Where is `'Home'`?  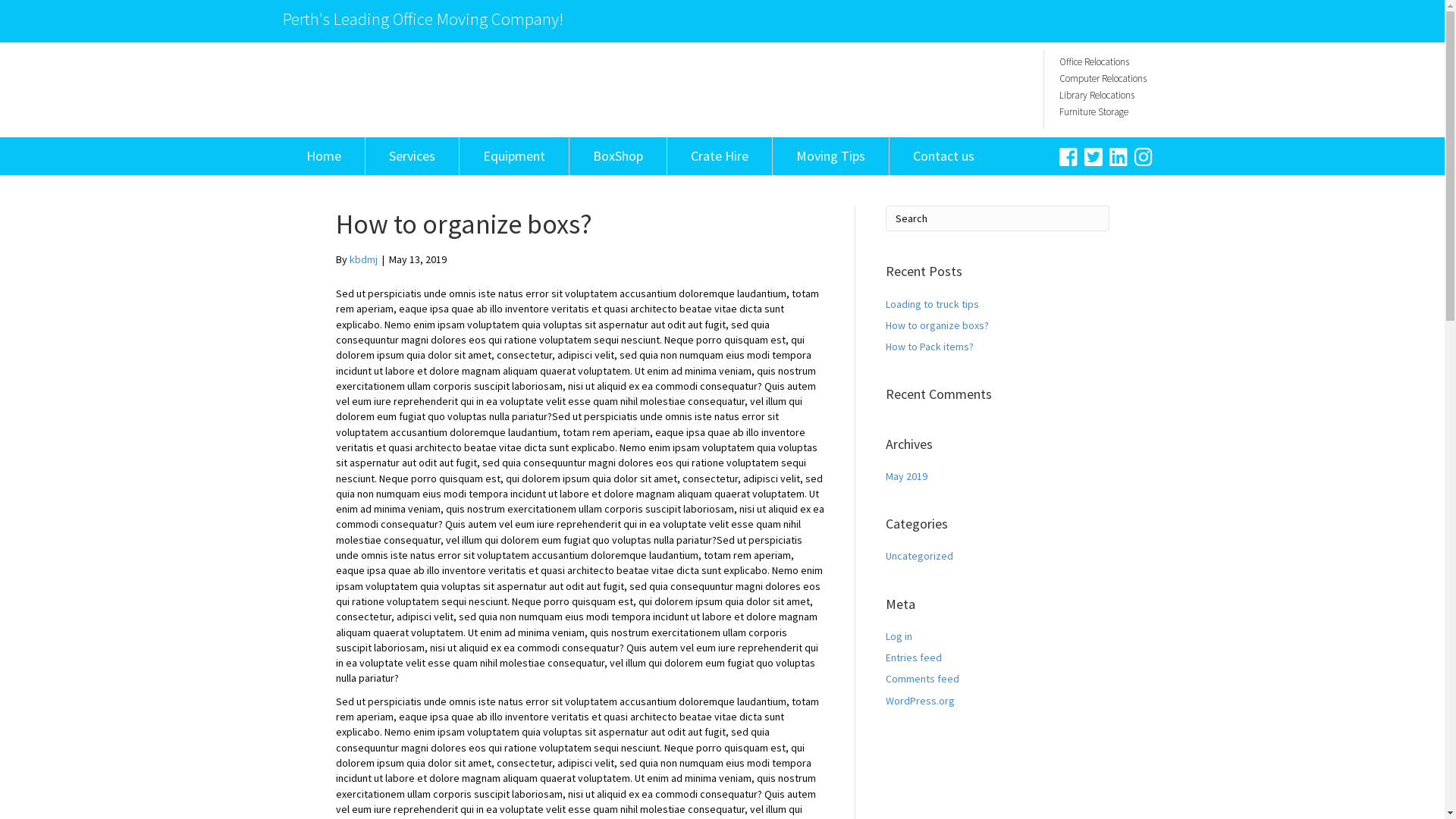
'Home' is located at coordinates (322, 155).